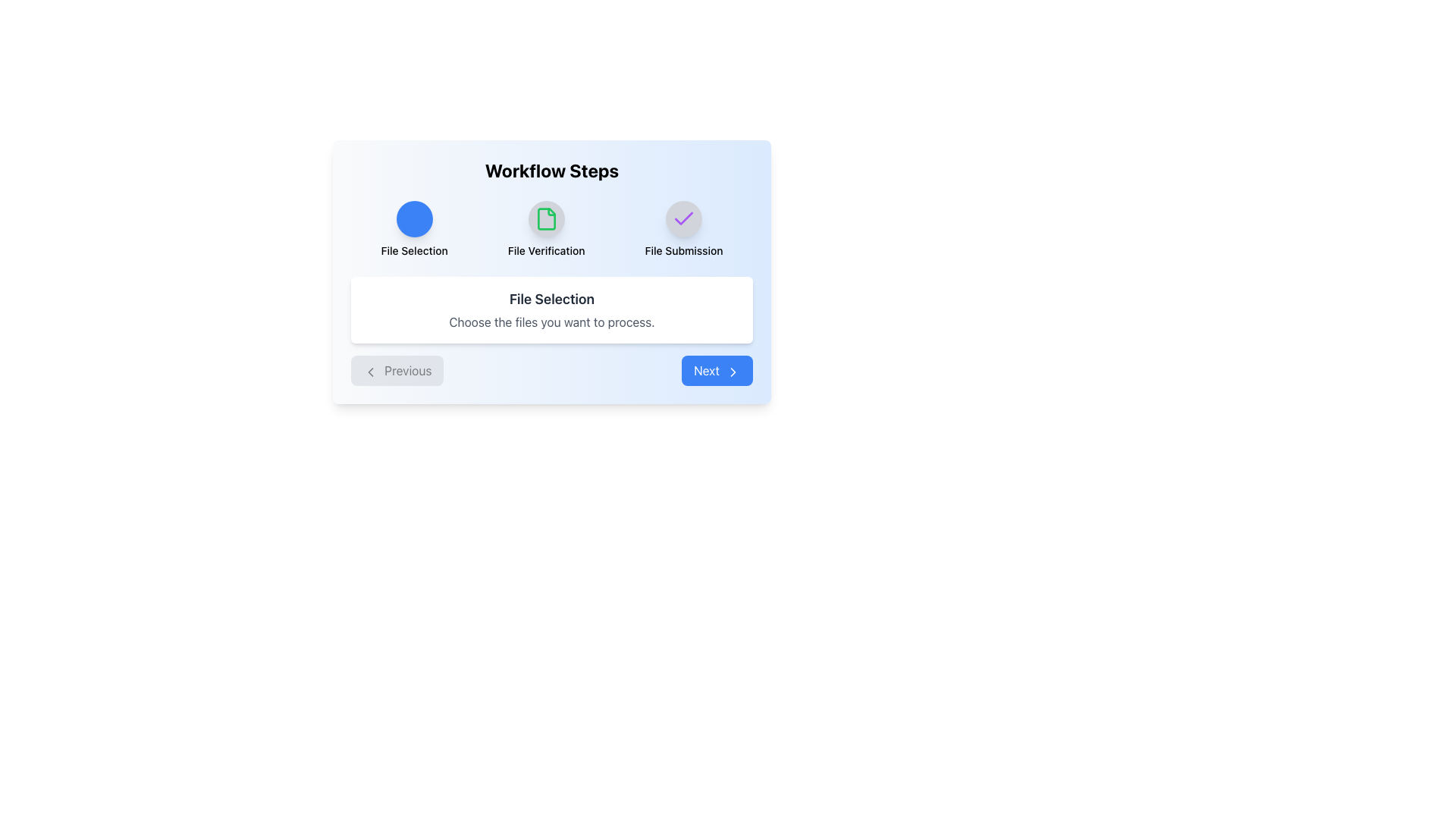  Describe the element at coordinates (546, 219) in the screenshot. I see `the circular icon button with a light gray background and a green file icon located above the 'File Verification' label` at that location.